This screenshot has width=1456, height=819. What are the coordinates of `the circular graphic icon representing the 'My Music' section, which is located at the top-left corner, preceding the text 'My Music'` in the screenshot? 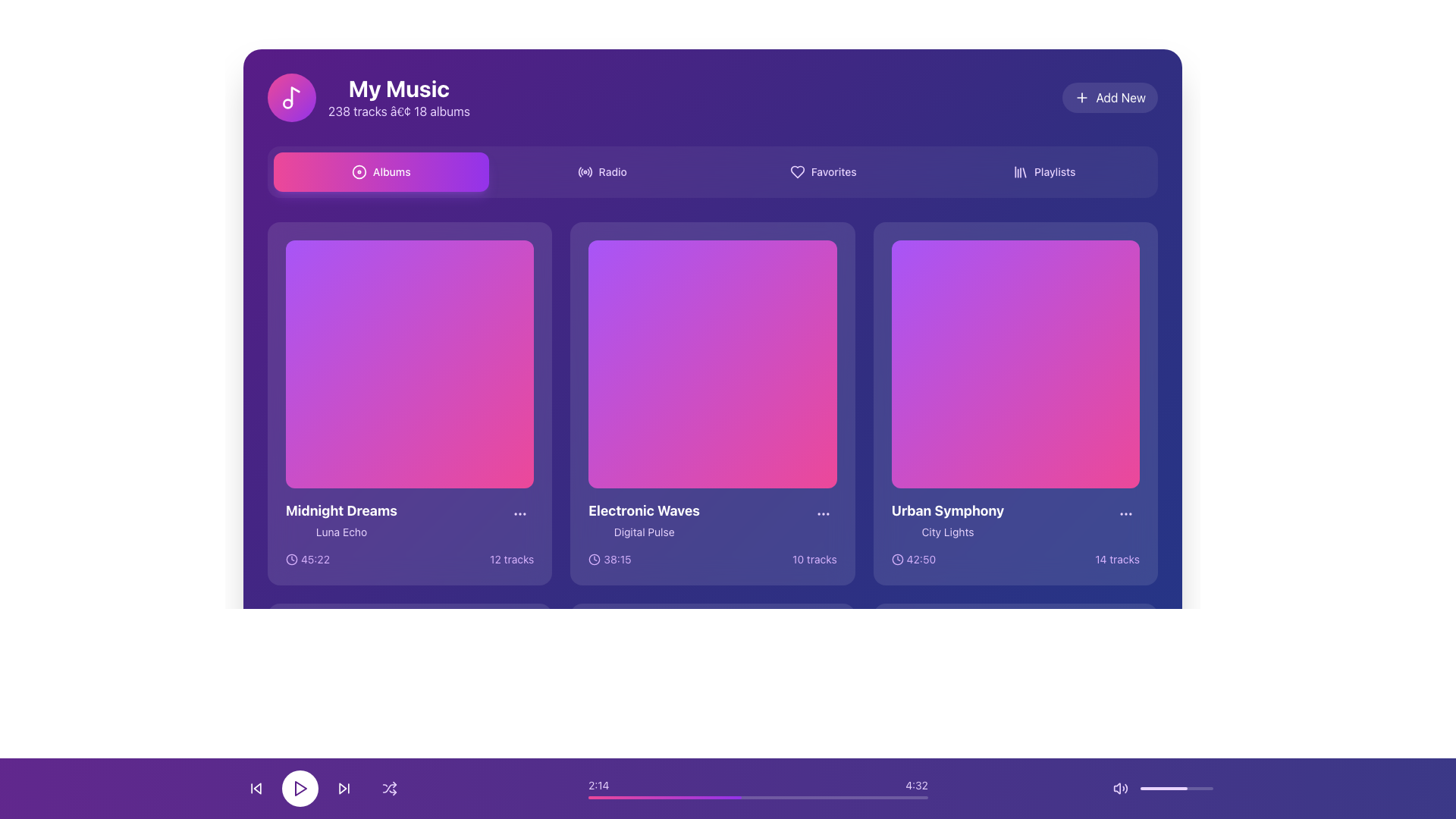 It's located at (291, 97).